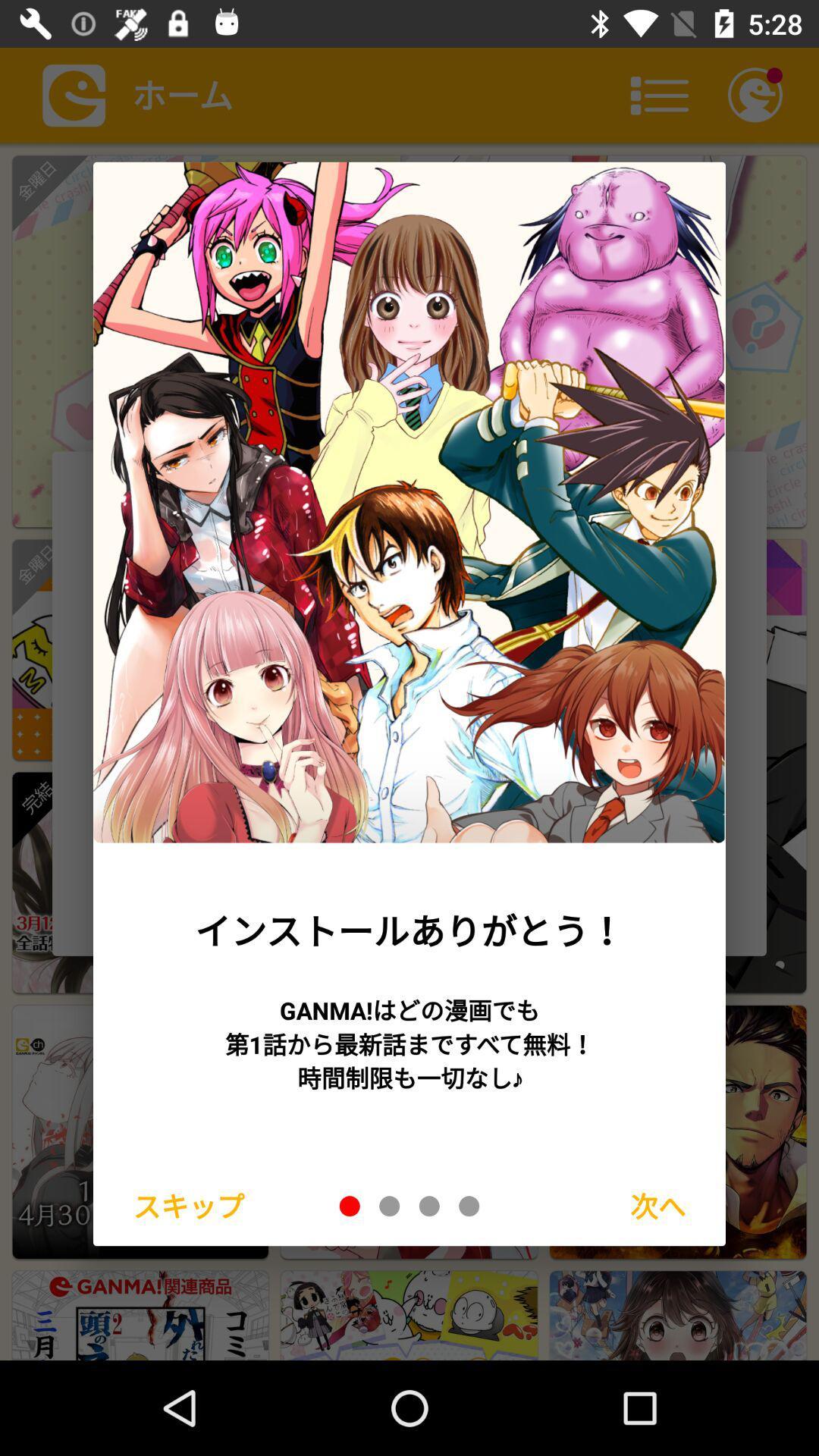 The width and height of the screenshot is (819, 1456). Describe the element at coordinates (350, 1205) in the screenshot. I see `adding button` at that location.